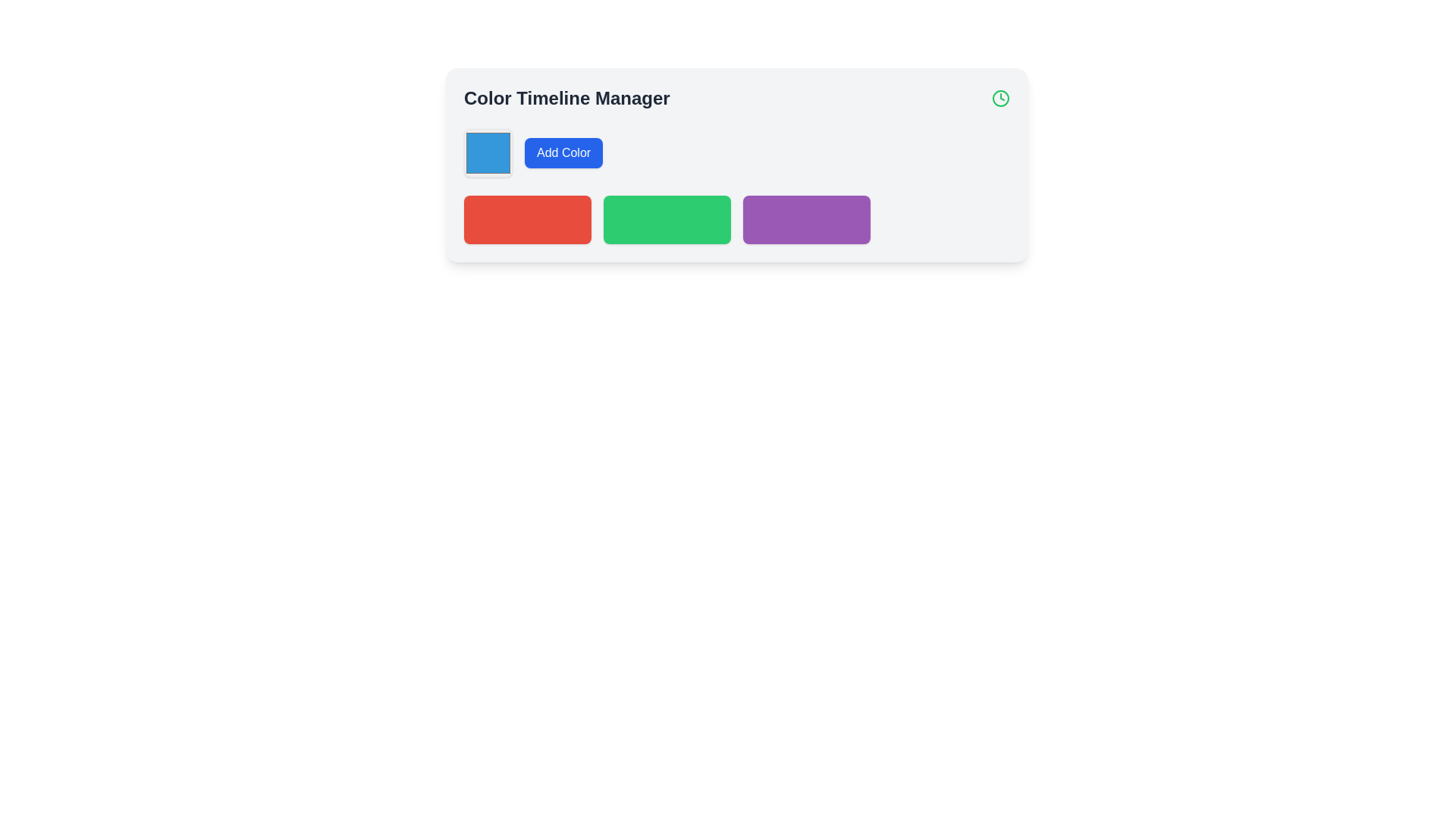  I want to click on the grid layout element representing the visual color timeline in the 'Color Timeline Manager', so click(736, 219).